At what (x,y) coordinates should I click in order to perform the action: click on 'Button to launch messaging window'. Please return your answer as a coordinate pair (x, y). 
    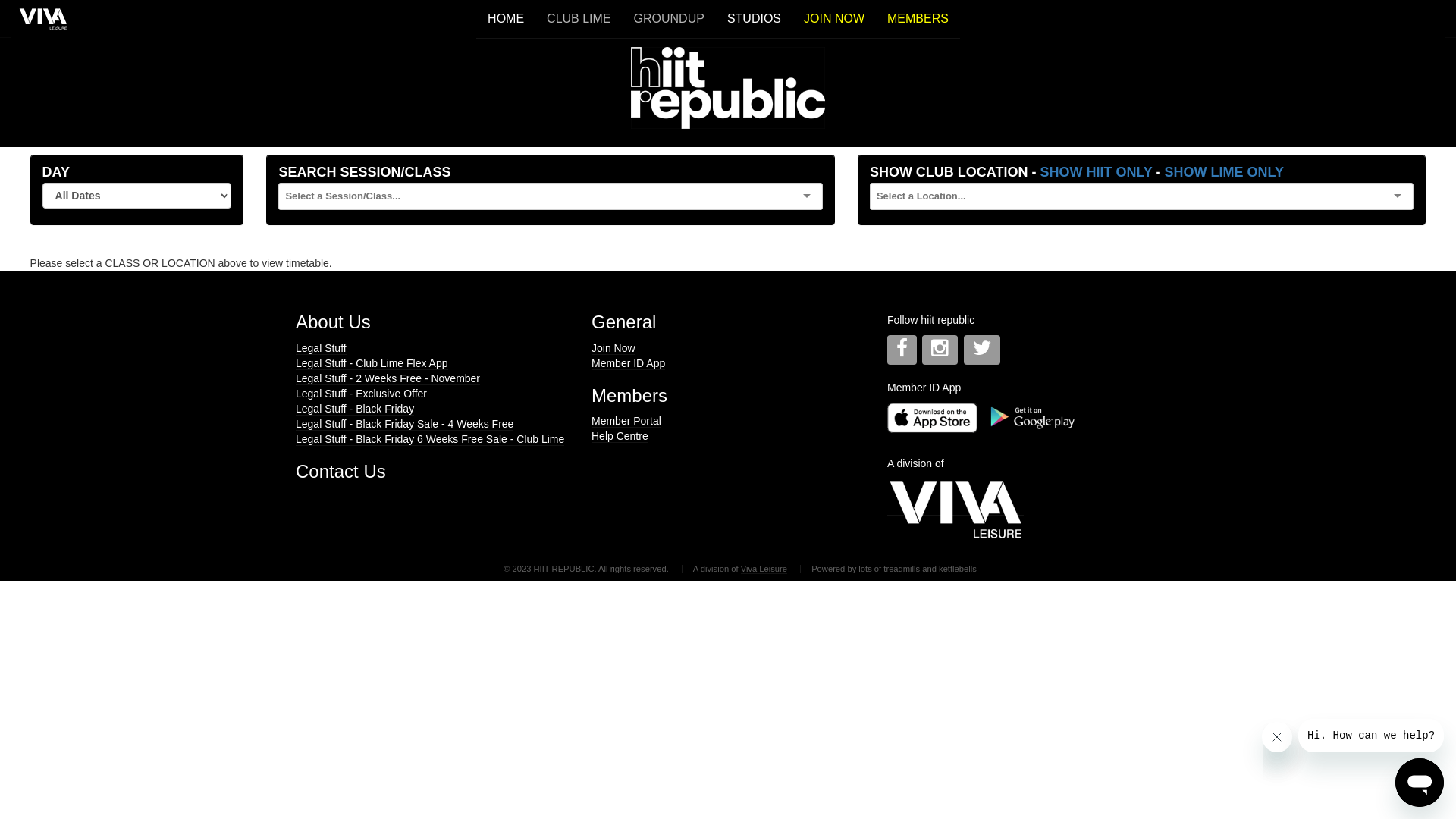
    Looking at the image, I should click on (1419, 783).